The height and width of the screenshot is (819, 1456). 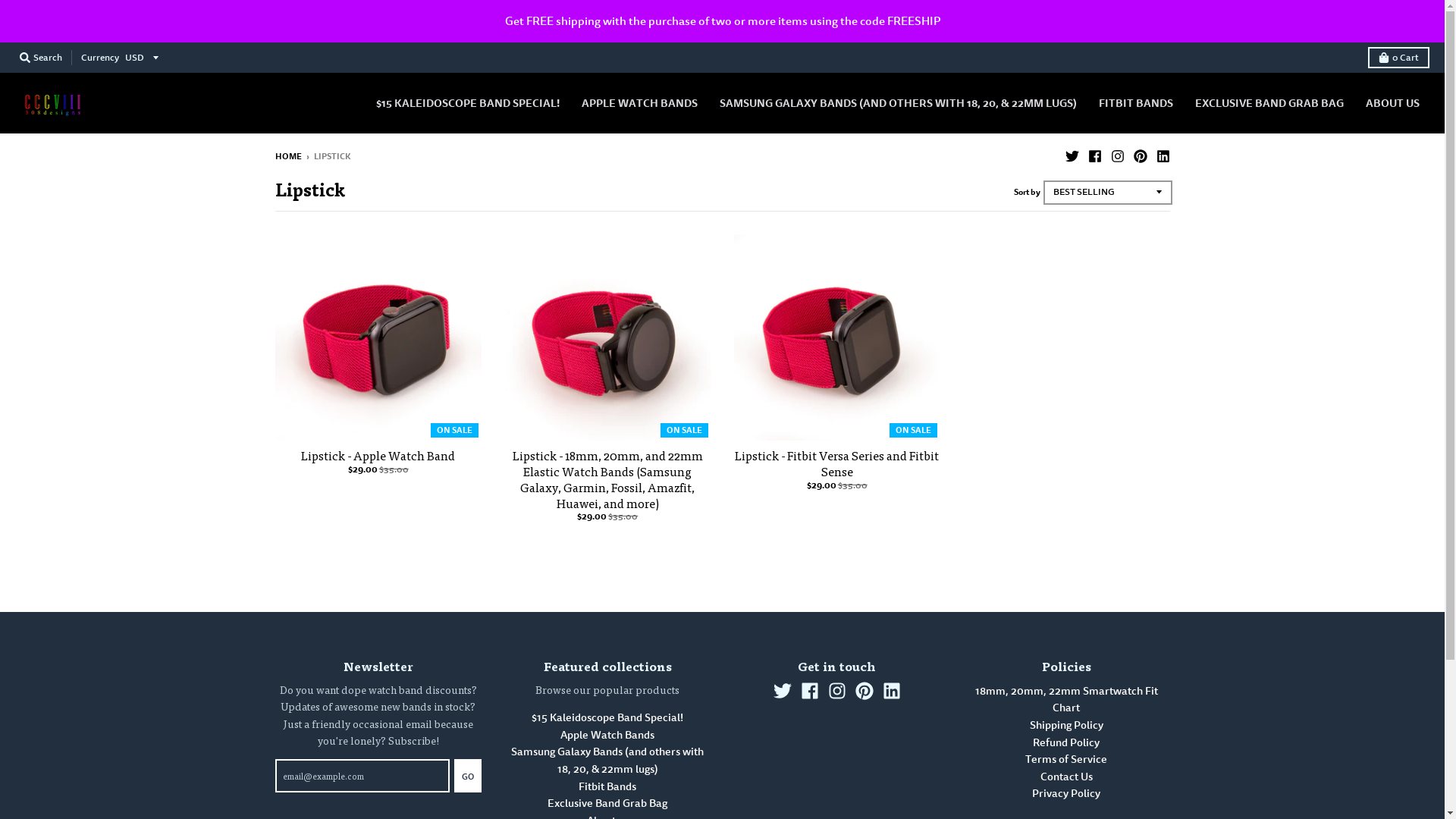 I want to click on 'EXCLUSIVE BAND GRAB BAG', so click(x=1269, y=102).